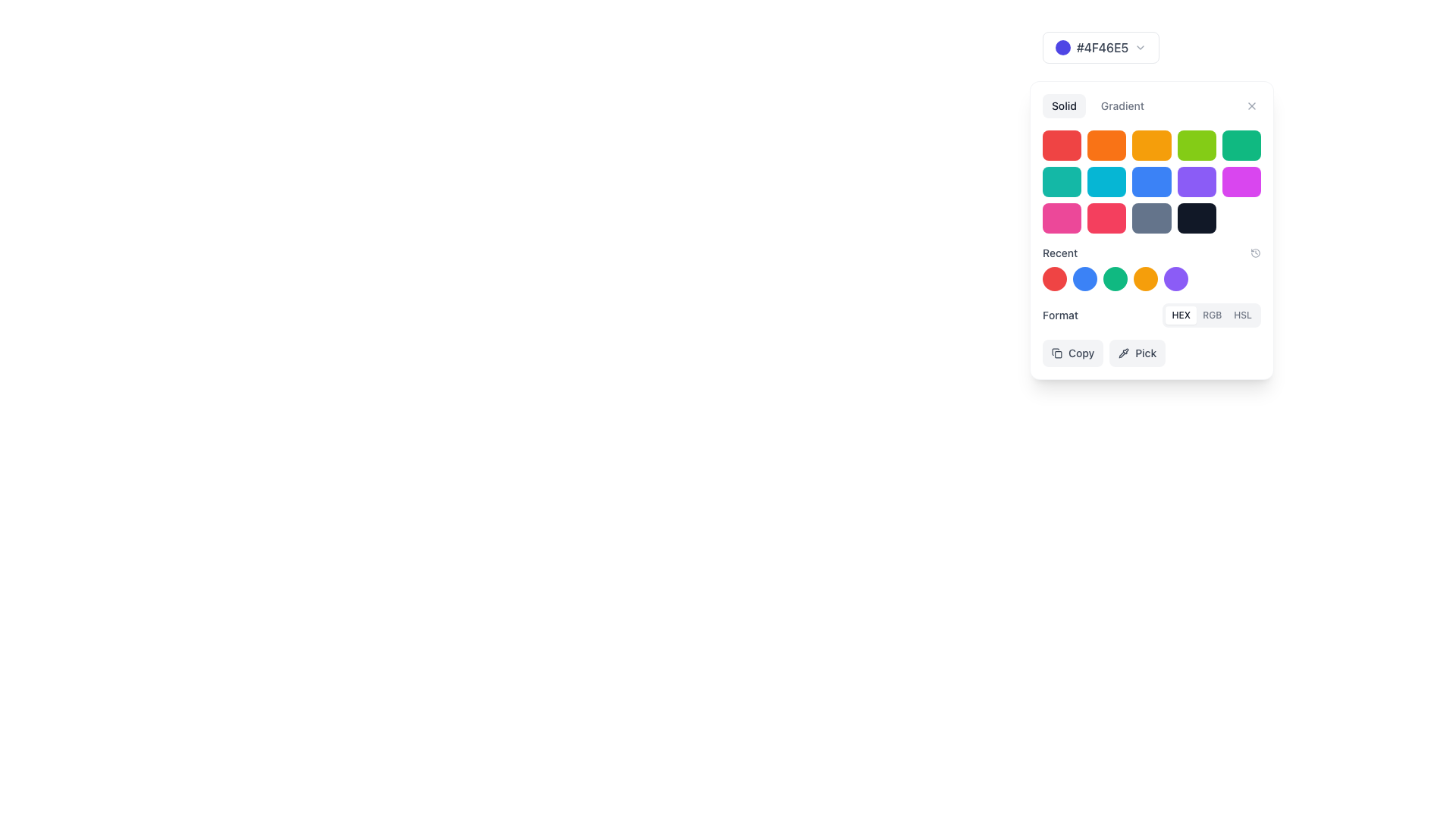 The height and width of the screenshot is (819, 1456). Describe the element at coordinates (1151, 278) in the screenshot. I see `the fourth circular selectable color option filled with orange color under the 'Recent' section` at that location.